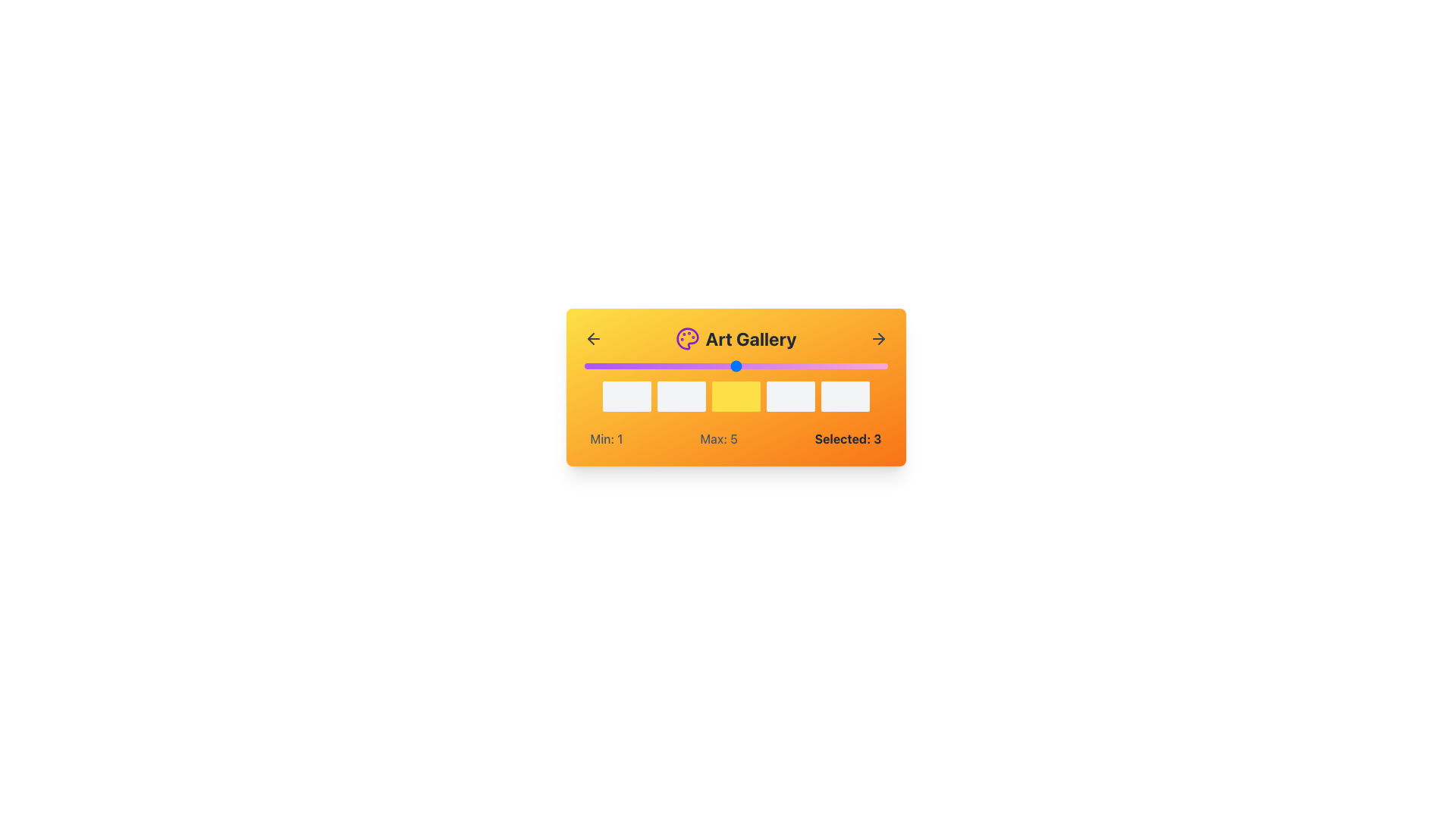 This screenshot has width=1456, height=819. What do you see at coordinates (718, 438) in the screenshot?
I see `the static text element displaying 'Max: 5', which is styled in medium gray and located centrally at the bottom of an orange box, positioned between 'Min: 1' and 'Selected: 3'` at bounding box center [718, 438].